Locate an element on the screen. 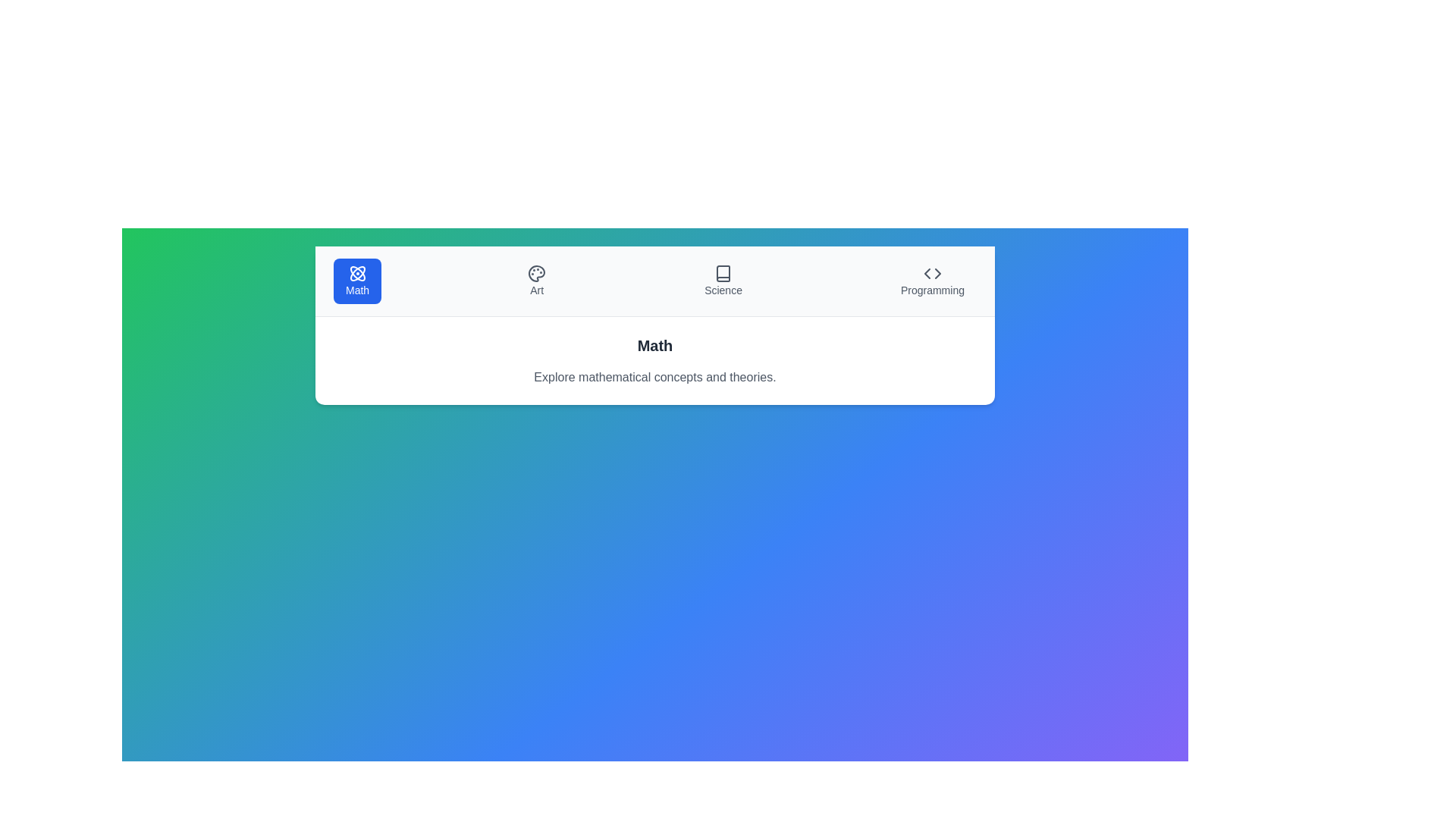 This screenshot has width=1456, height=819. the subject Science by clicking on its respective button is located at coordinates (723, 281).